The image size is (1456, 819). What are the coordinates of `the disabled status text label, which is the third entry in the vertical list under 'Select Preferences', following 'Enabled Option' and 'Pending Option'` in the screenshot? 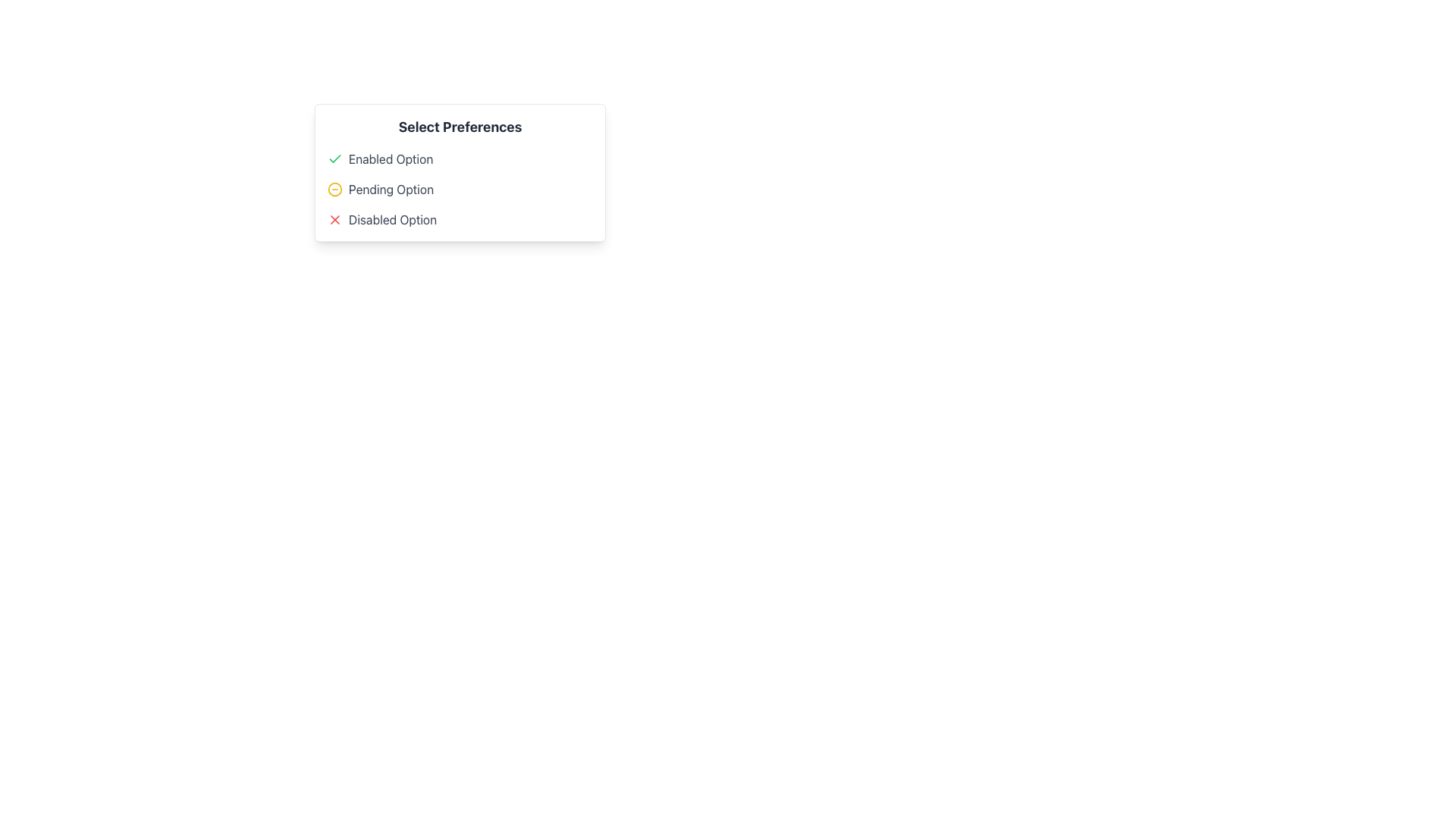 It's located at (393, 219).